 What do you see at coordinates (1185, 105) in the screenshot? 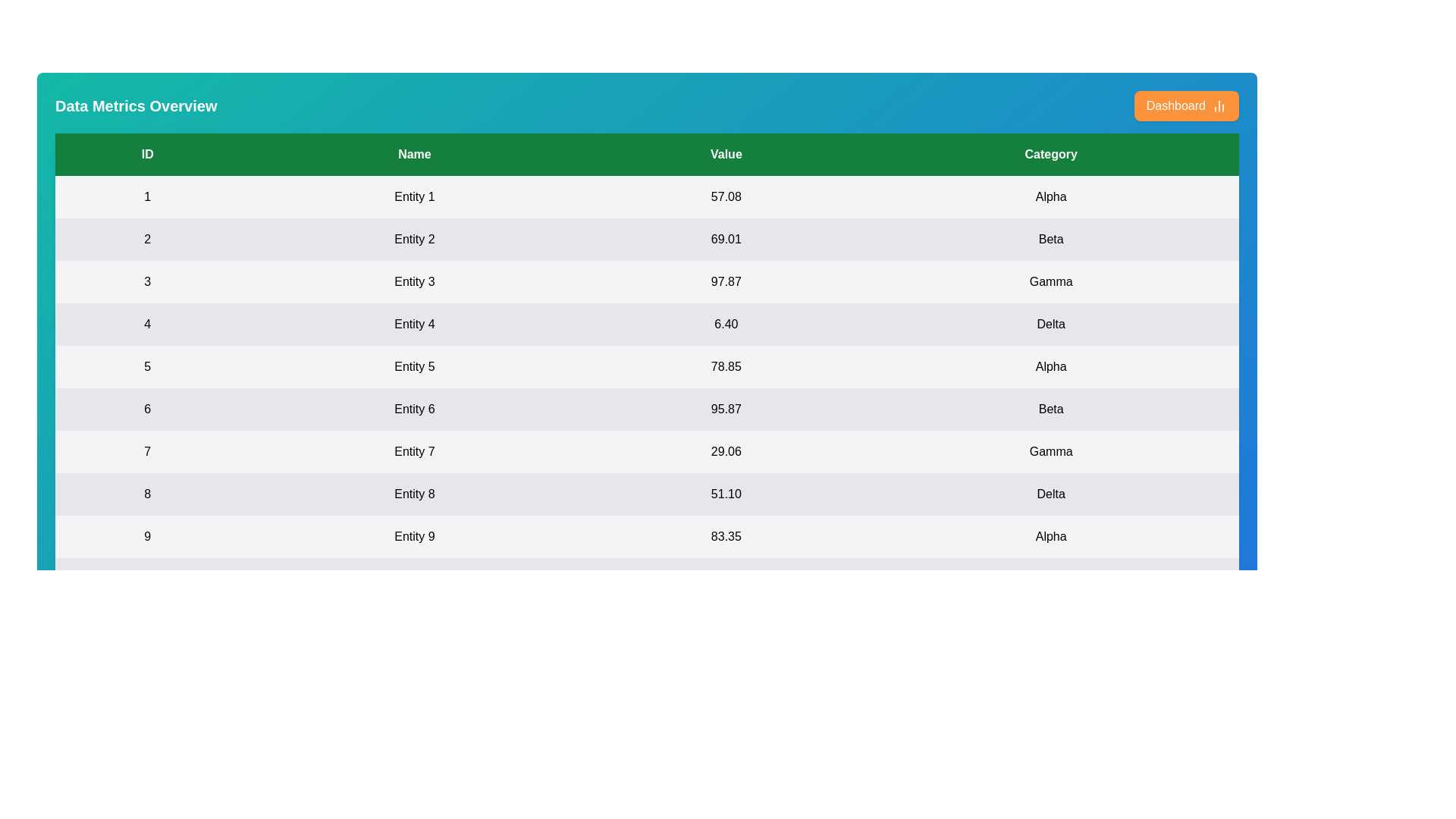
I see `the 'Dashboard' button` at bounding box center [1185, 105].